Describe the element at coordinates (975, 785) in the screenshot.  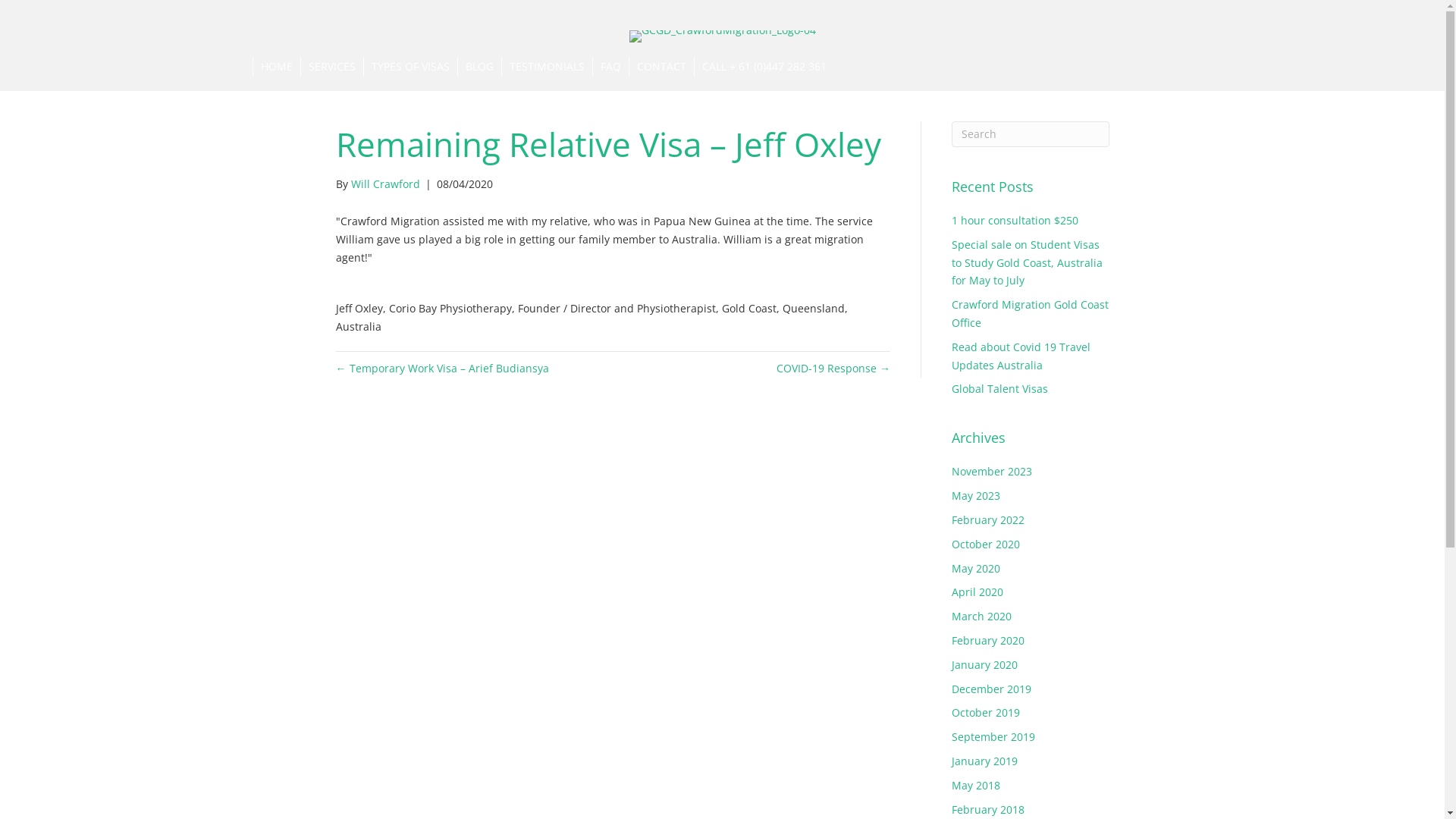
I see `'May 2018'` at that location.